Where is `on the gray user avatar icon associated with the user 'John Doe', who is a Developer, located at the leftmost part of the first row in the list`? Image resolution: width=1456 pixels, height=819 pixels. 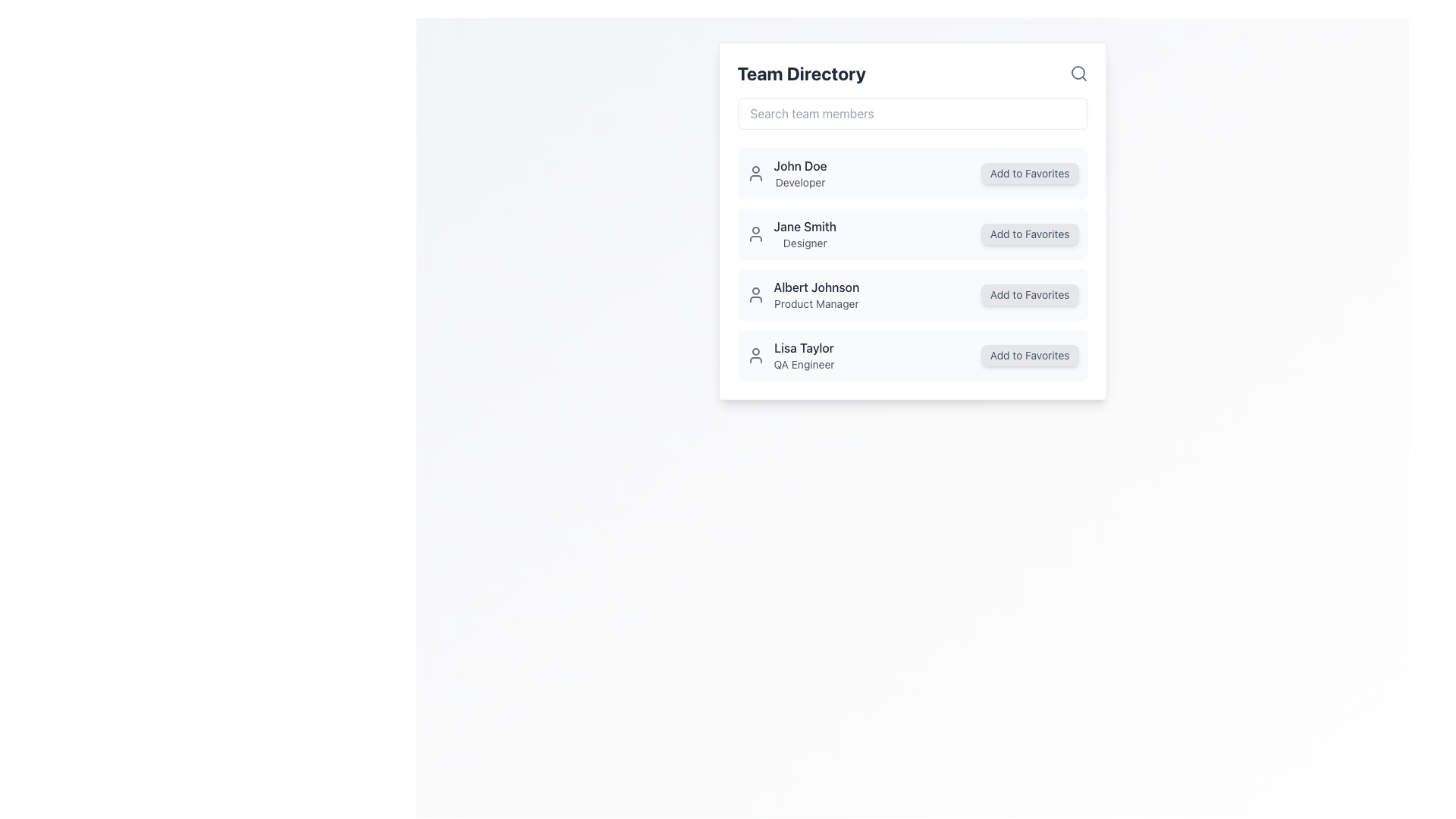
on the gray user avatar icon associated with the user 'John Doe', who is a Developer, located at the leftmost part of the first row in the list is located at coordinates (755, 172).